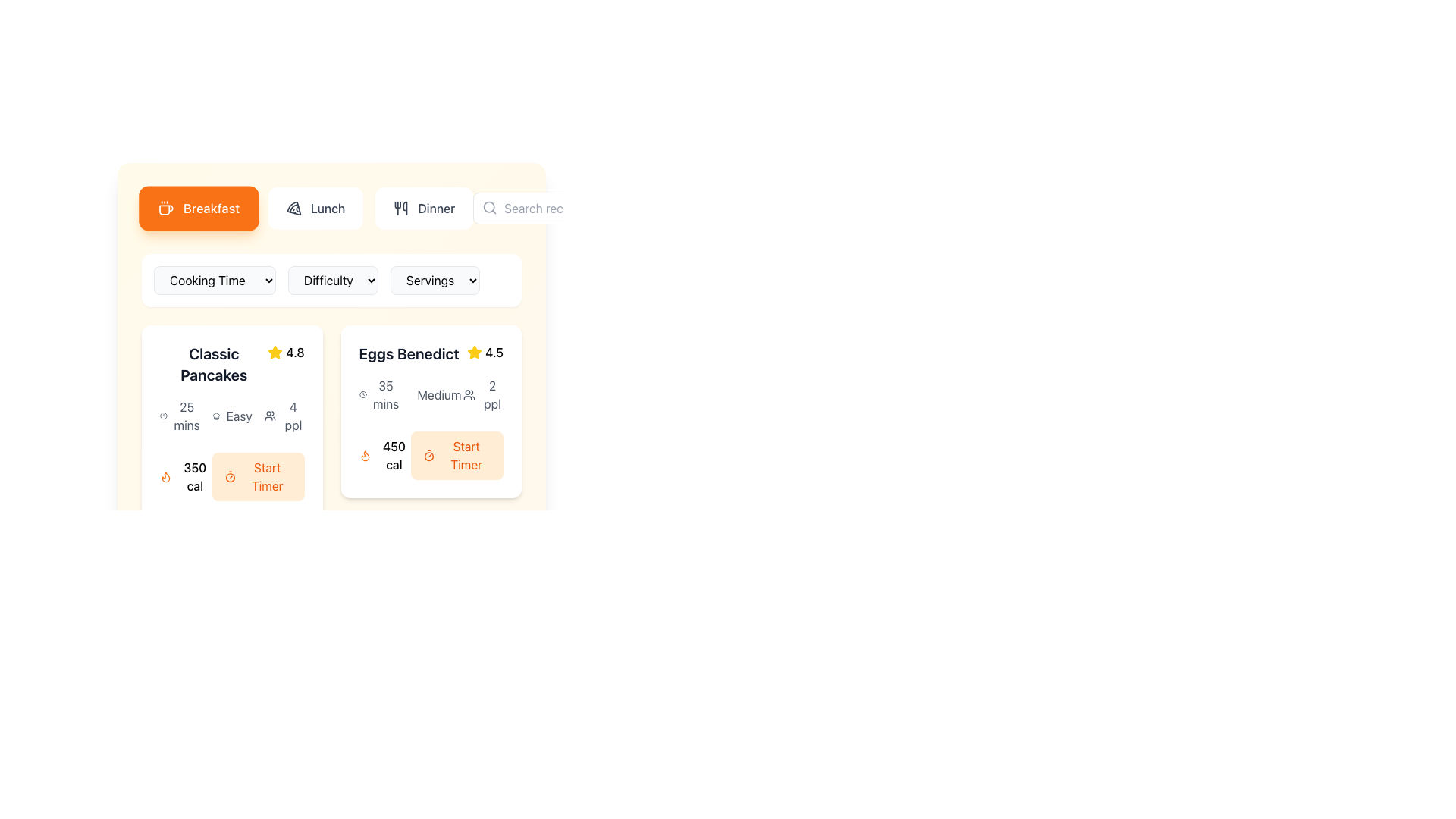  What do you see at coordinates (490, 207) in the screenshot?
I see `the search icon located inside the search bar, specifically to the left within the textbox, which indicates the search functionality` at bounding box center [490, 207].